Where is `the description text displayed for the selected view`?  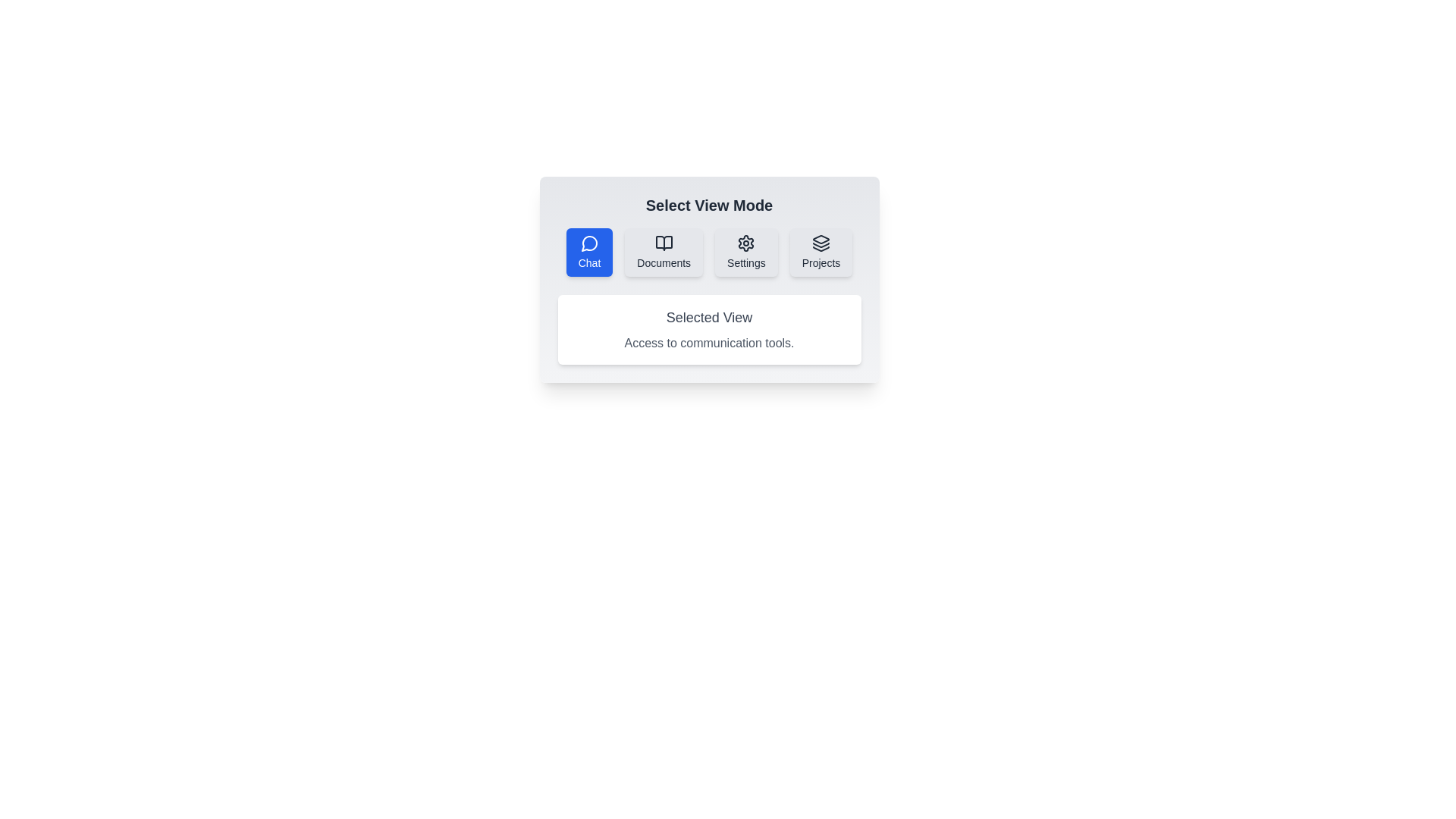 the description text displayed for the selected view is located at coordinates (708, 329).